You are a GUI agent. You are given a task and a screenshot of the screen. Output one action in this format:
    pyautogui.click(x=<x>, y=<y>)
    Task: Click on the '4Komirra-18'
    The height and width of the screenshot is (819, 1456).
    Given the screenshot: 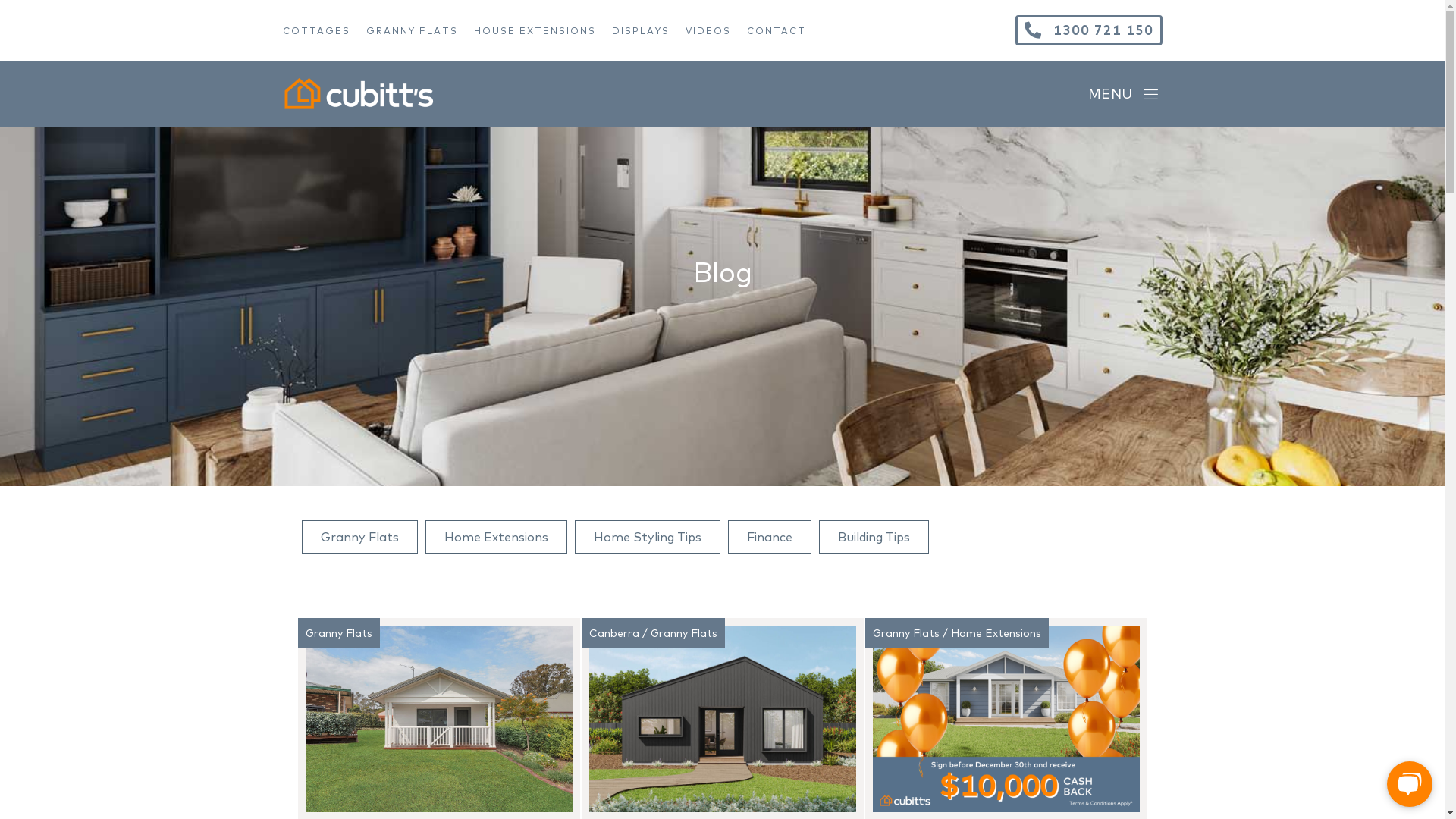 What is the action you would take?
    pyautogui.click(x=437, y=718)
    